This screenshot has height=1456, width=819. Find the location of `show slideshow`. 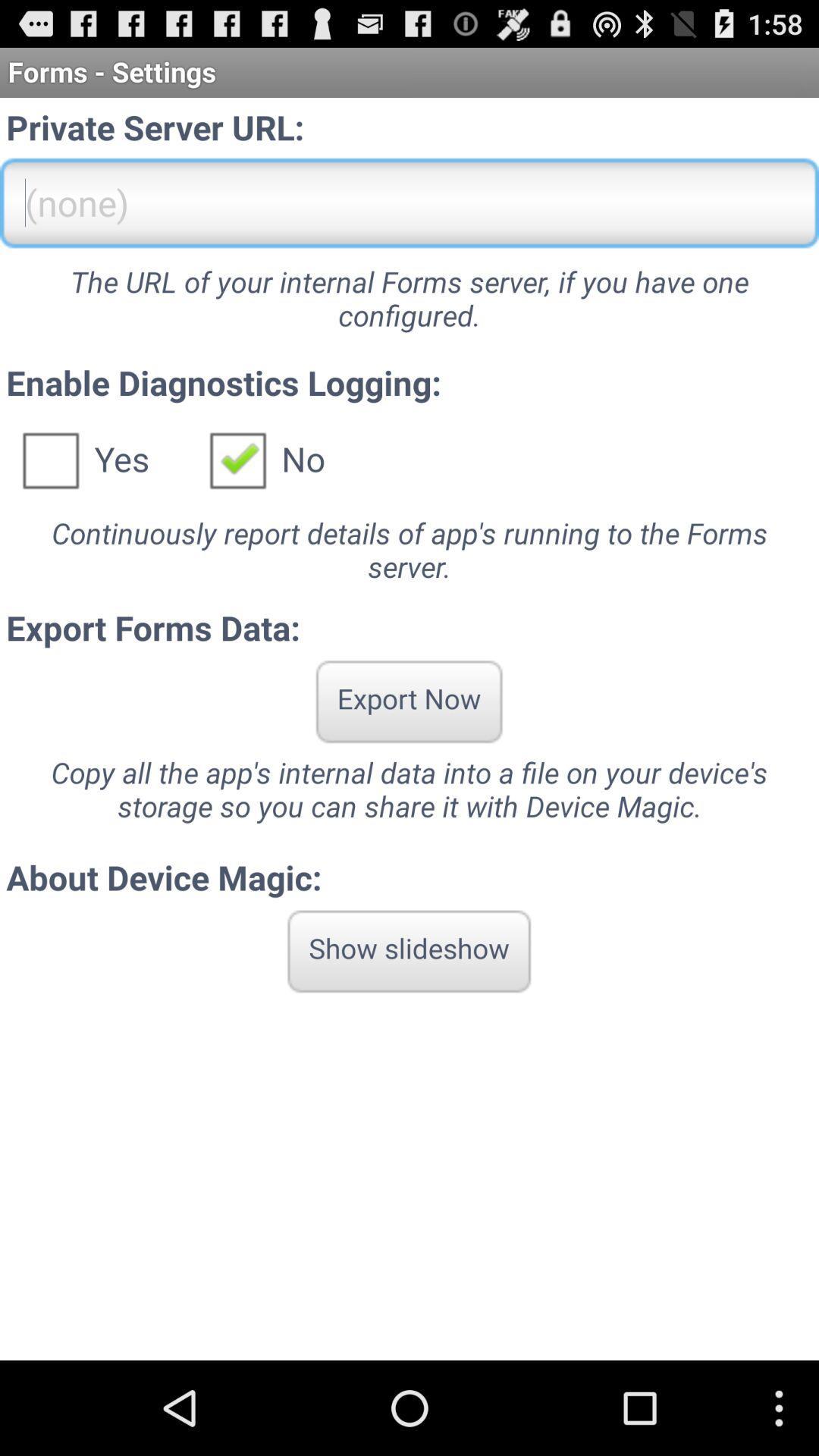

show slideshow is located at coordinates (408, 950).